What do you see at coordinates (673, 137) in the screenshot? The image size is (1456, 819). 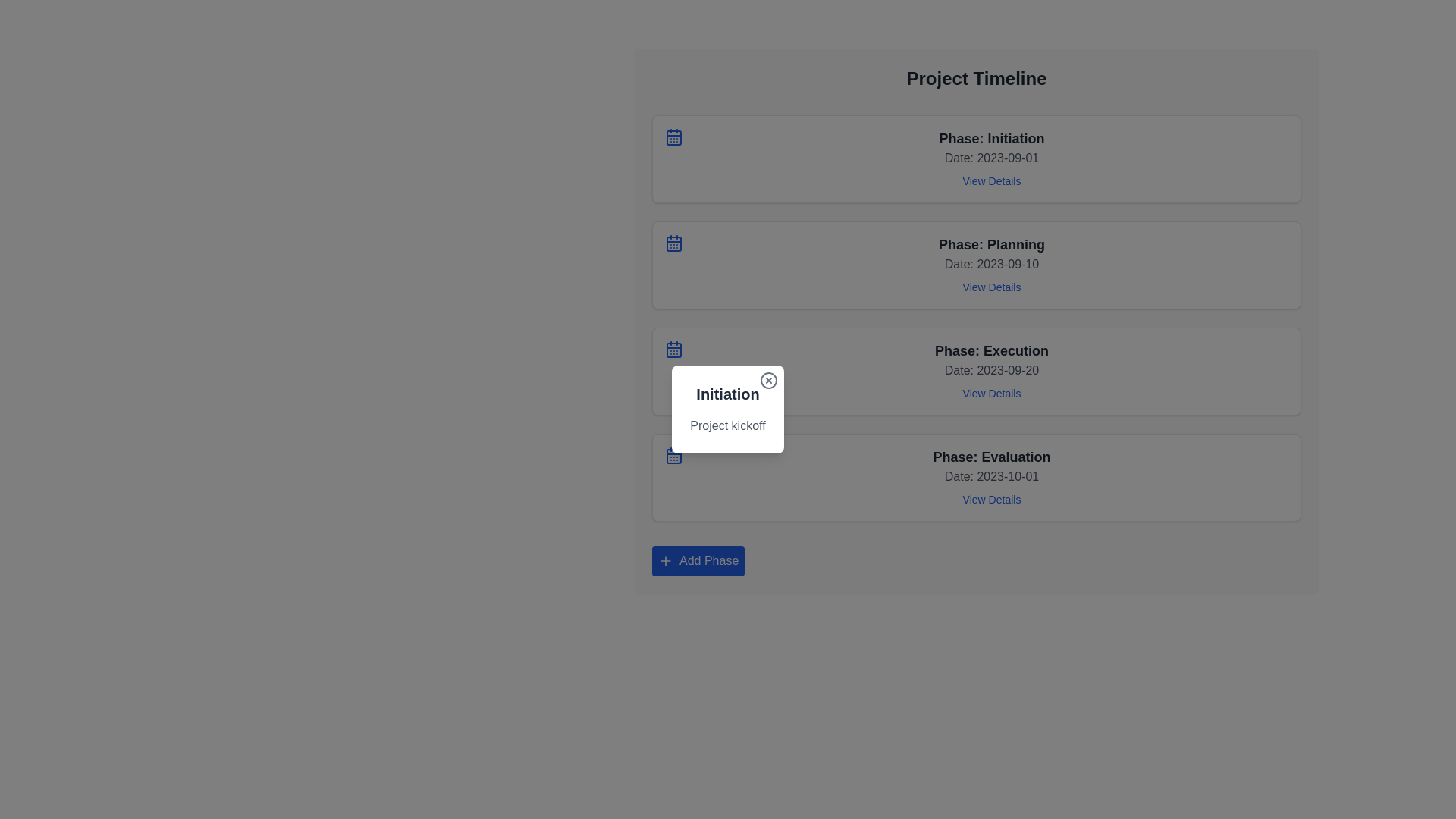 I see `the blue and red rounded rectangle icon segment representing a date or event in the top-left area of the 'Phase: Initiation' entry in the project timeline interface` at bounding box center [673, 137].